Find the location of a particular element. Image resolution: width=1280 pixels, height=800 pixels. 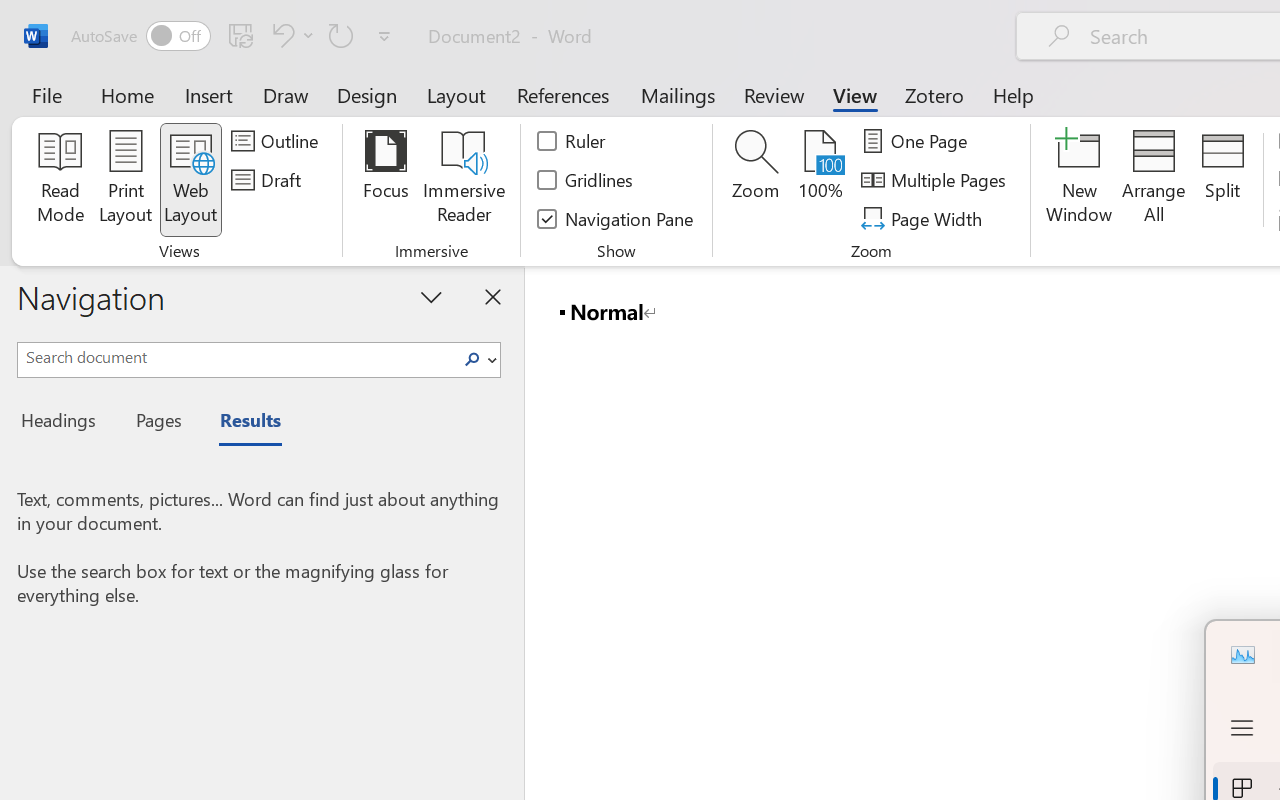

'Undo <ApplyStyleToDoc>b__0' is located at coordinates (279, 34).